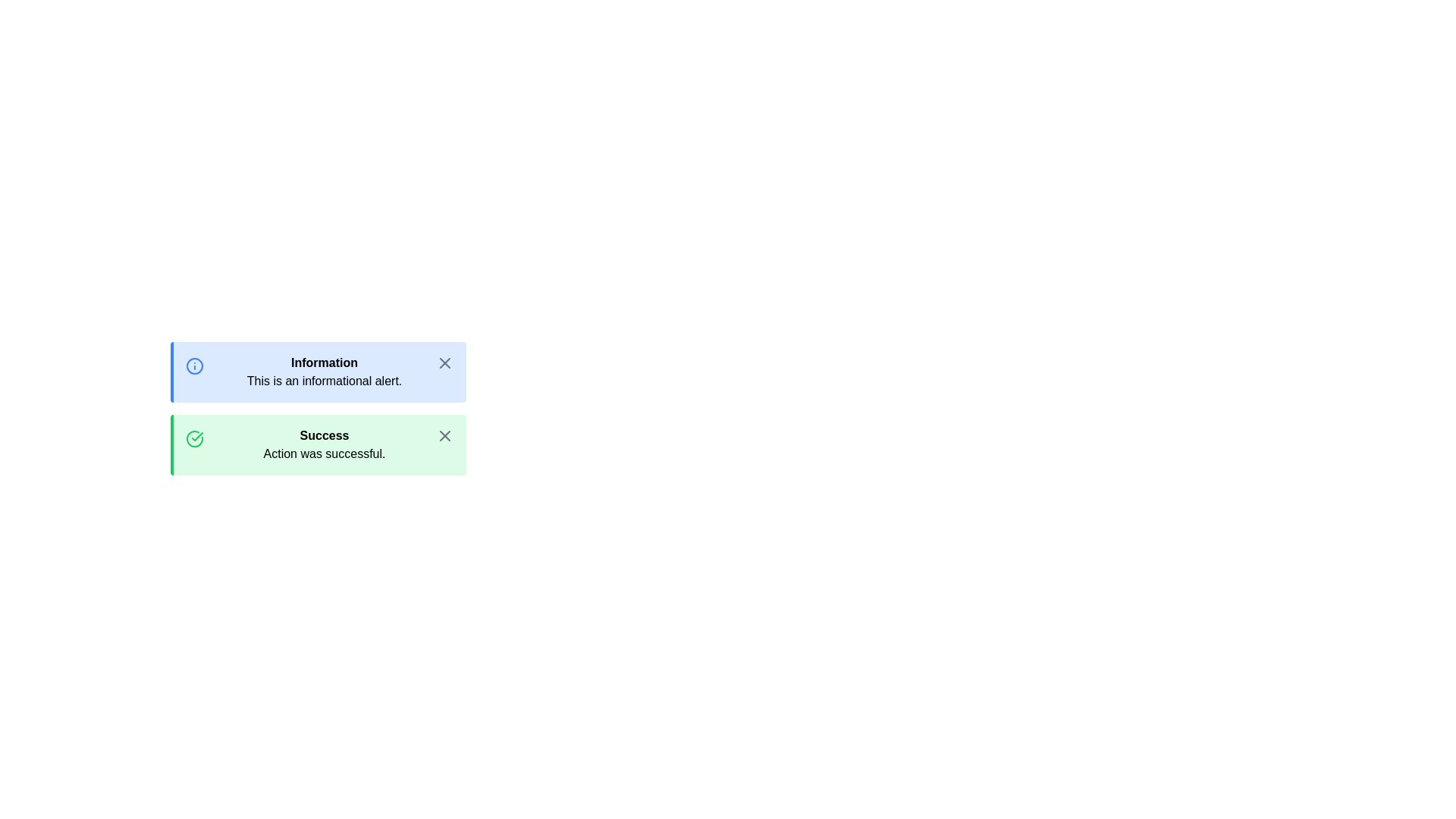 The height and width of the screenshot is (819, 1456). Describe the element at coordinates (323, 444) in the screenshot. I see `the notification message element in the green alert box that indicates a successful action, located near the bottom section of the interface` at that location.